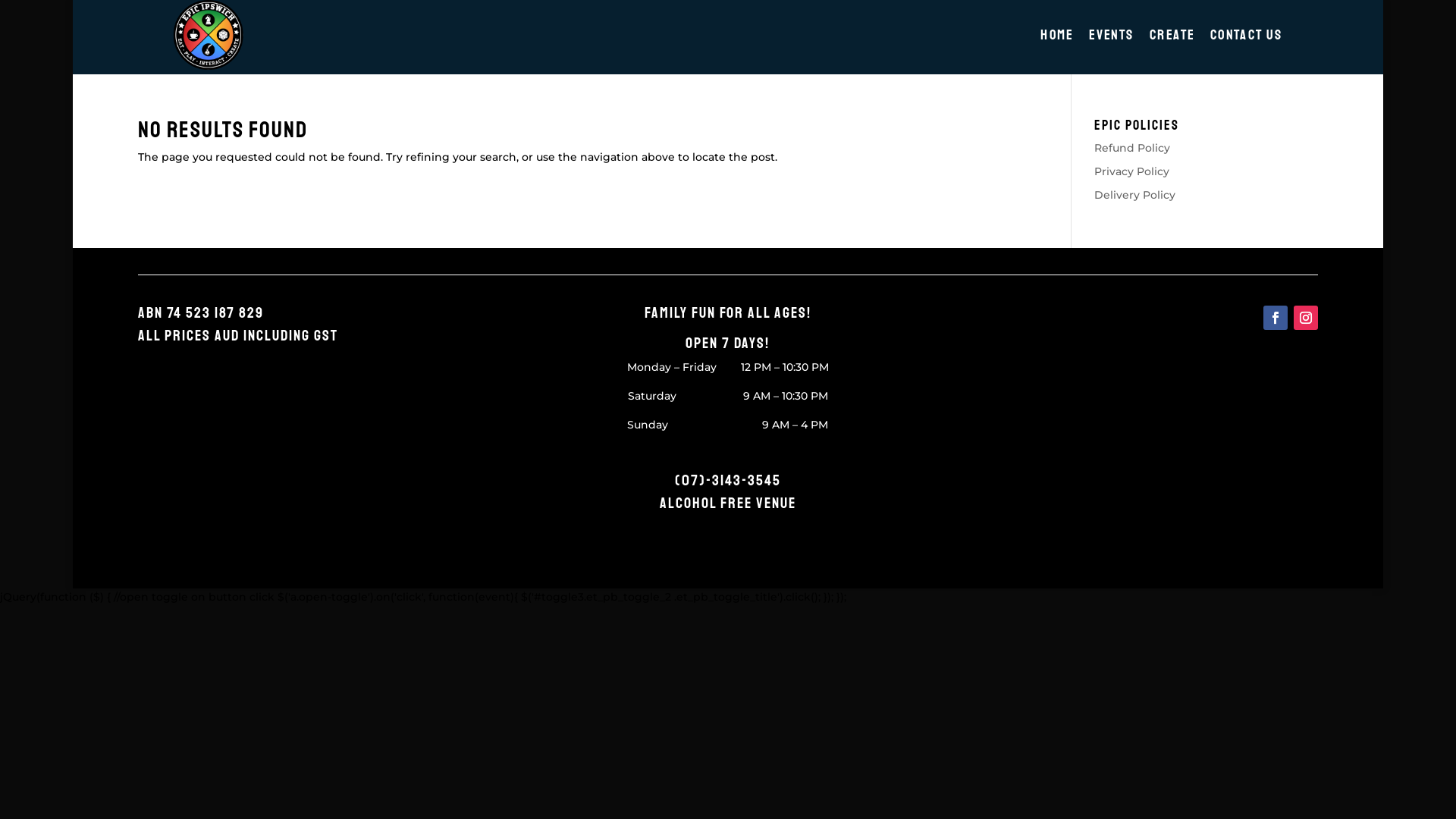  Describe the element at coordinates (1274, 317) in the screenshot. I see `'Follow on Facebook'` at that location.